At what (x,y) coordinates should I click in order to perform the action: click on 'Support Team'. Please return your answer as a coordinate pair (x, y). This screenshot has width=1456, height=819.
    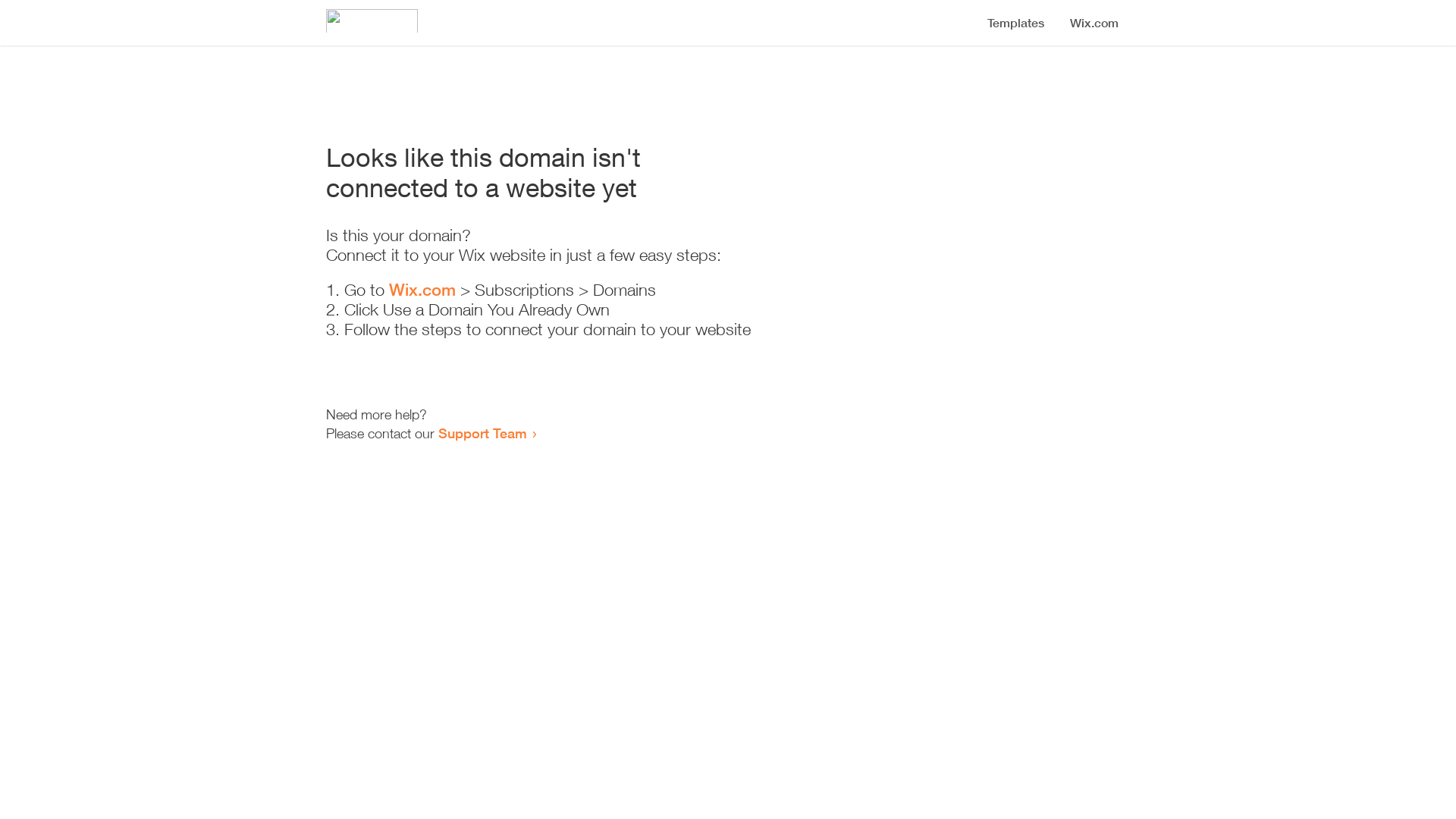
    Looking at the image, I should click on (482, 432).